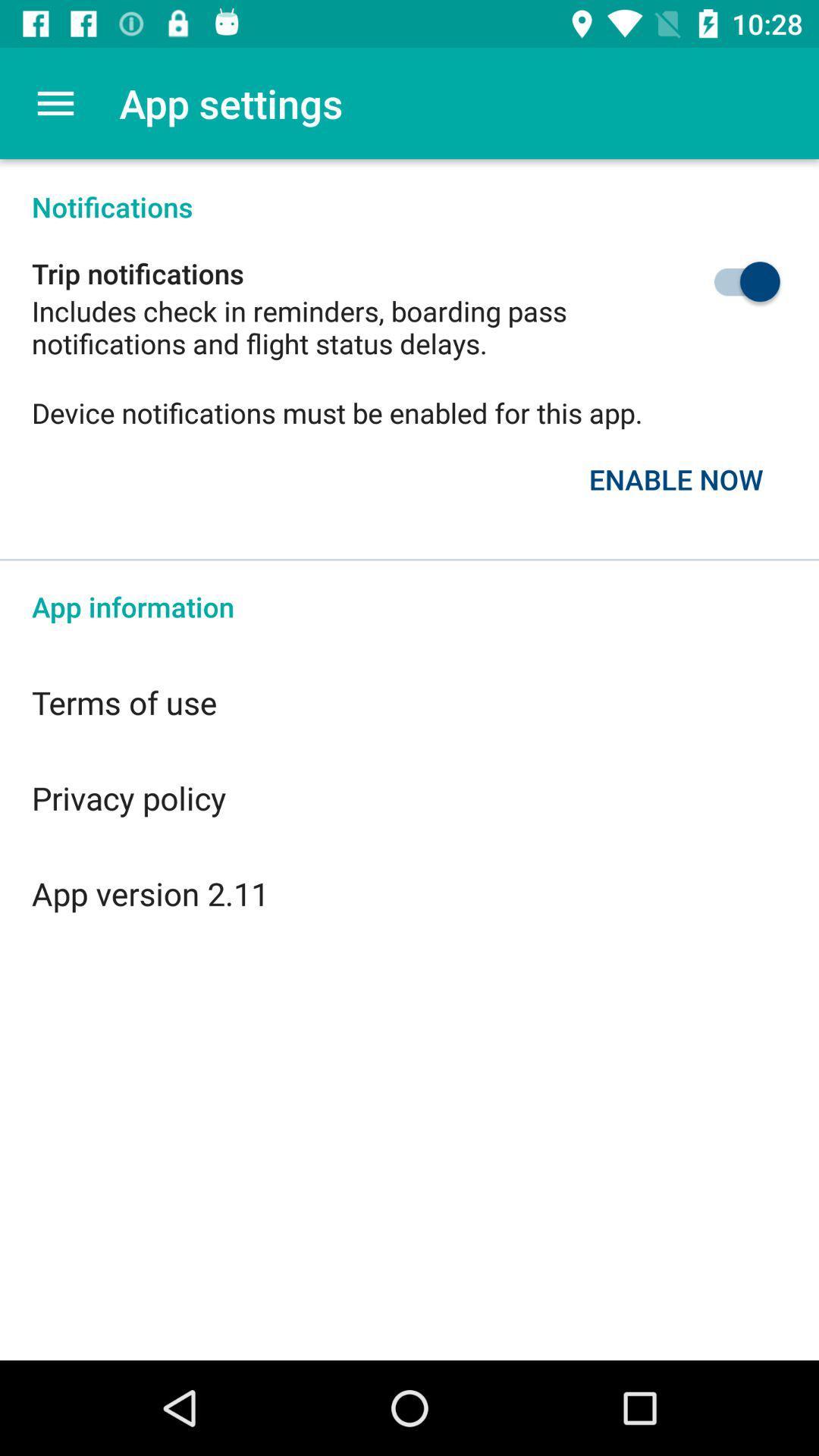 The height and width of the screenshot is (1456, 819). I want to click on the item above privacy policy icon, so click(409, 701).